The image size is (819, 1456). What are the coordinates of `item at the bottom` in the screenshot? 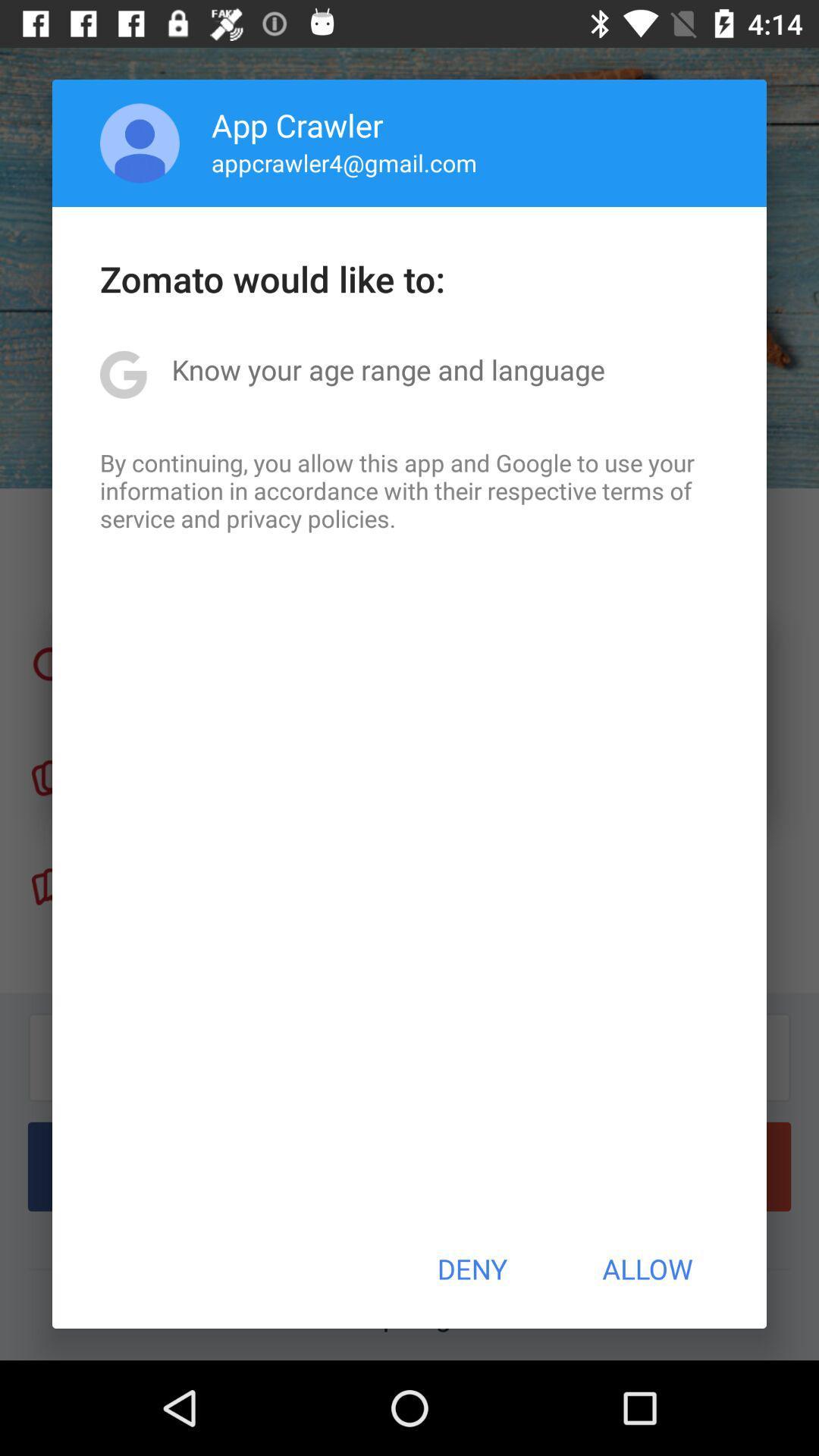 It's located at (471, 1269).